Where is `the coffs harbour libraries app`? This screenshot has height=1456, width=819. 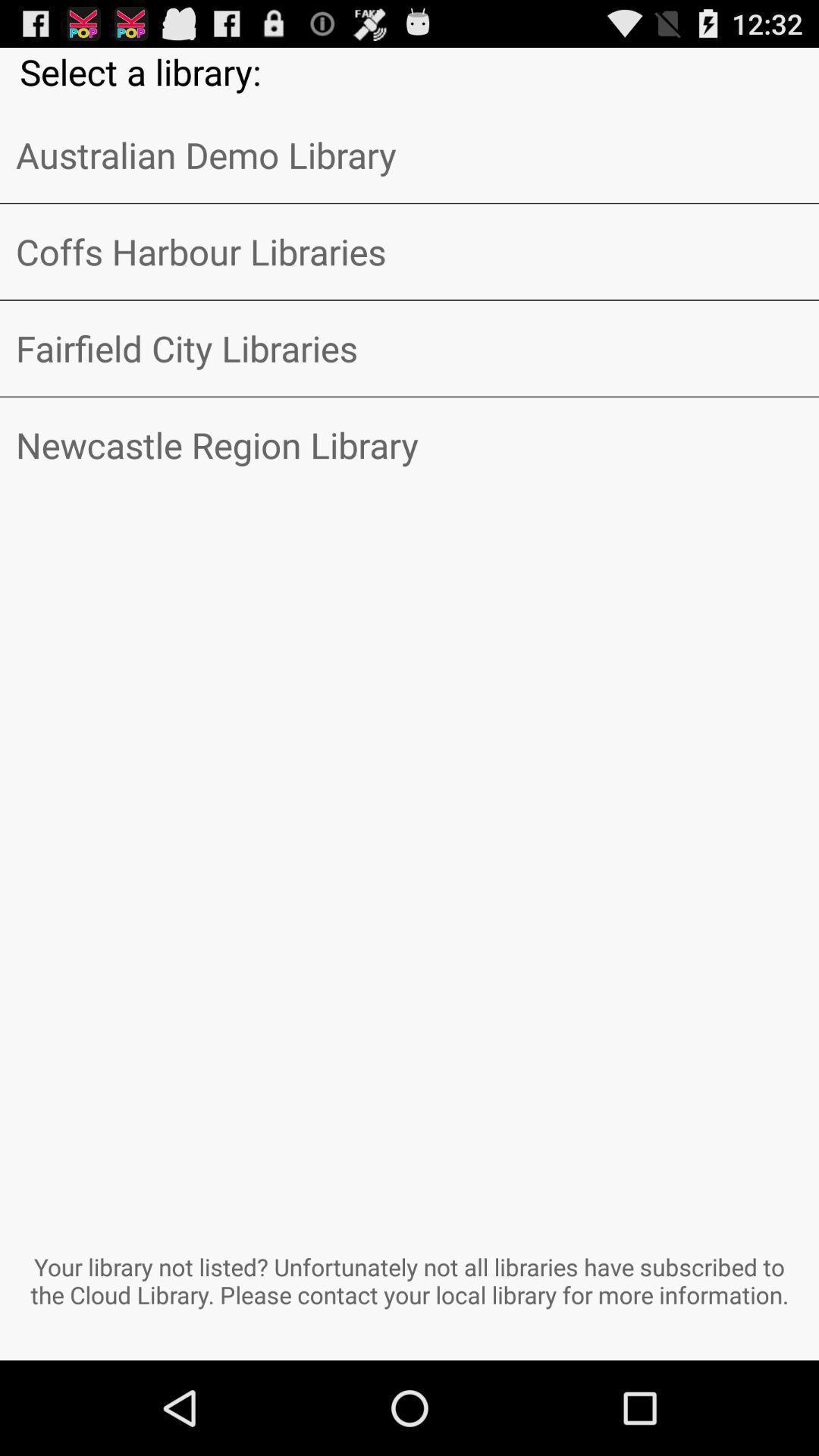
the coffs harbour libraries app is located at coordinates (409, 252).